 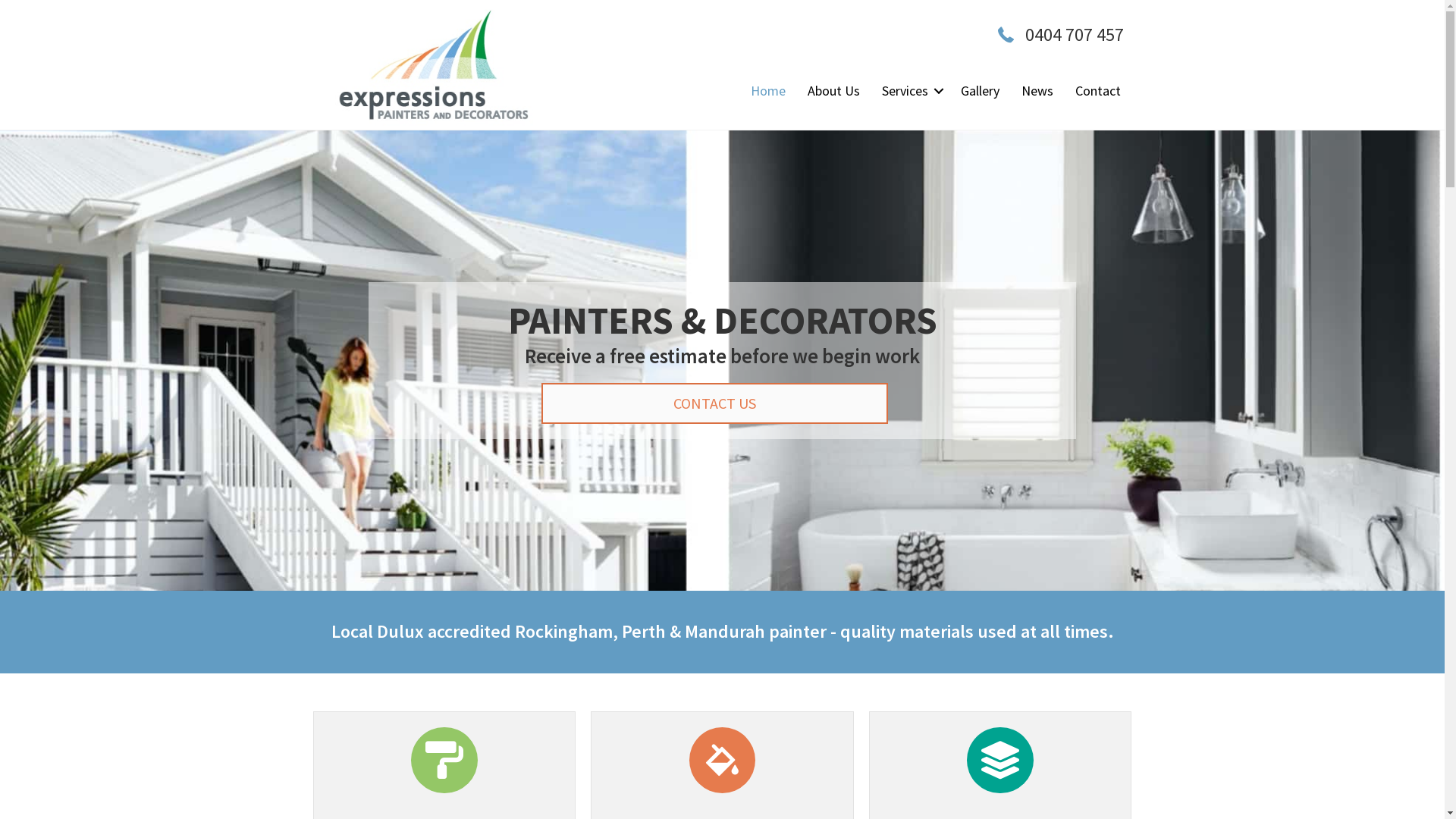 What do you see at coordinates (713, 403) in the screenshot?
I see `'CONTACT US'` at bounding box center [713, 403].